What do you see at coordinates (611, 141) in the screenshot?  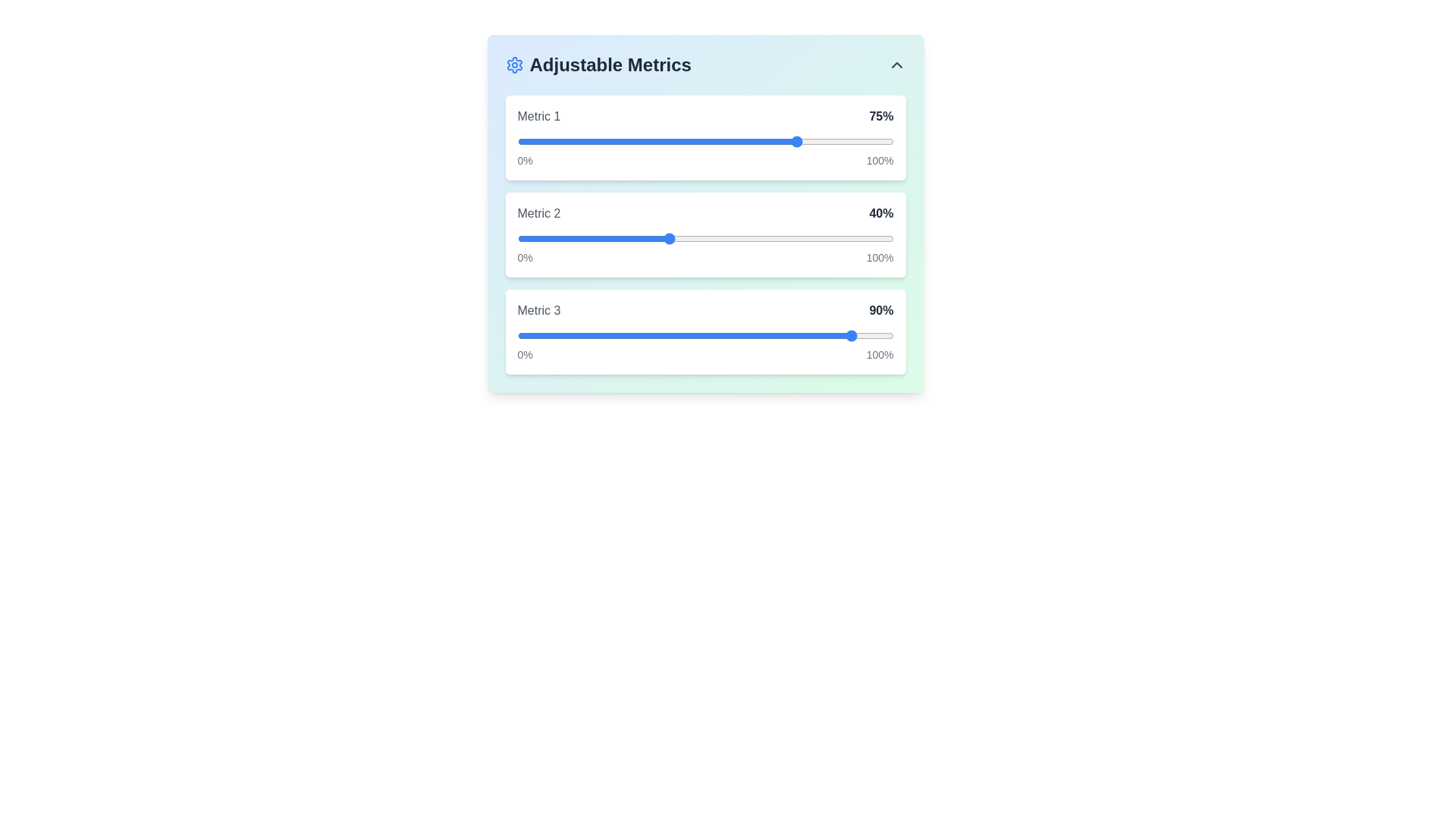 I see `the slider` at bounding box center [611, 141].